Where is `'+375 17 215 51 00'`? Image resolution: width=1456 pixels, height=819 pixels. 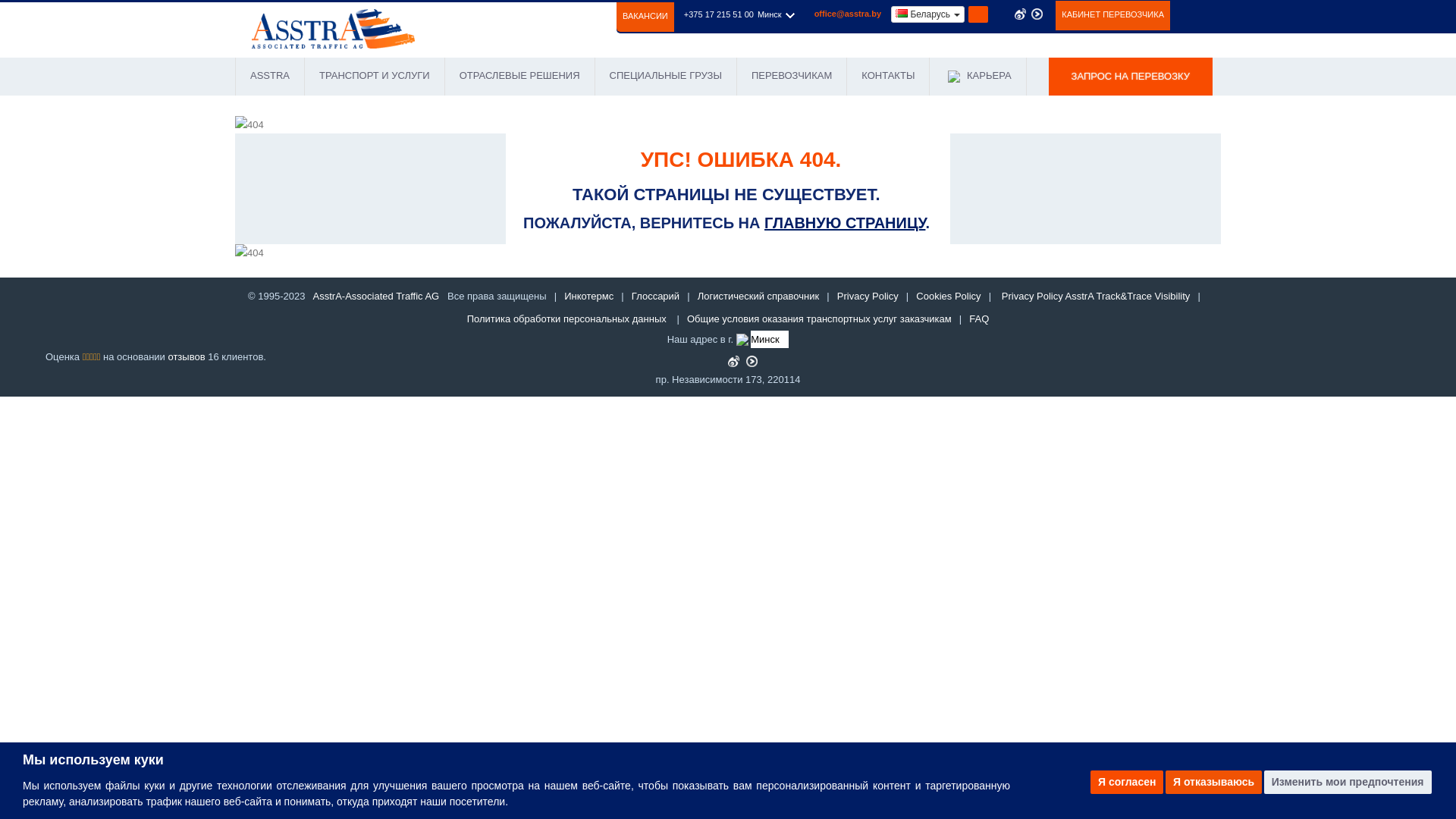
'+375 17 215 51 00' is located at coordinates (718, 14).